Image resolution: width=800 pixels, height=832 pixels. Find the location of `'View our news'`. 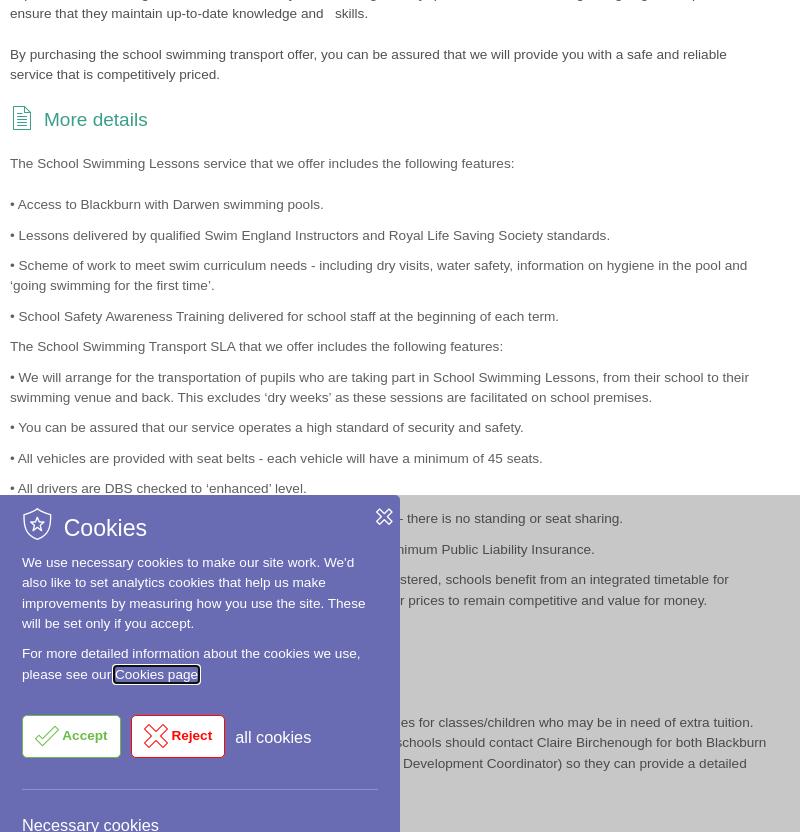

'View our news' is located at coordinates (106, 368).